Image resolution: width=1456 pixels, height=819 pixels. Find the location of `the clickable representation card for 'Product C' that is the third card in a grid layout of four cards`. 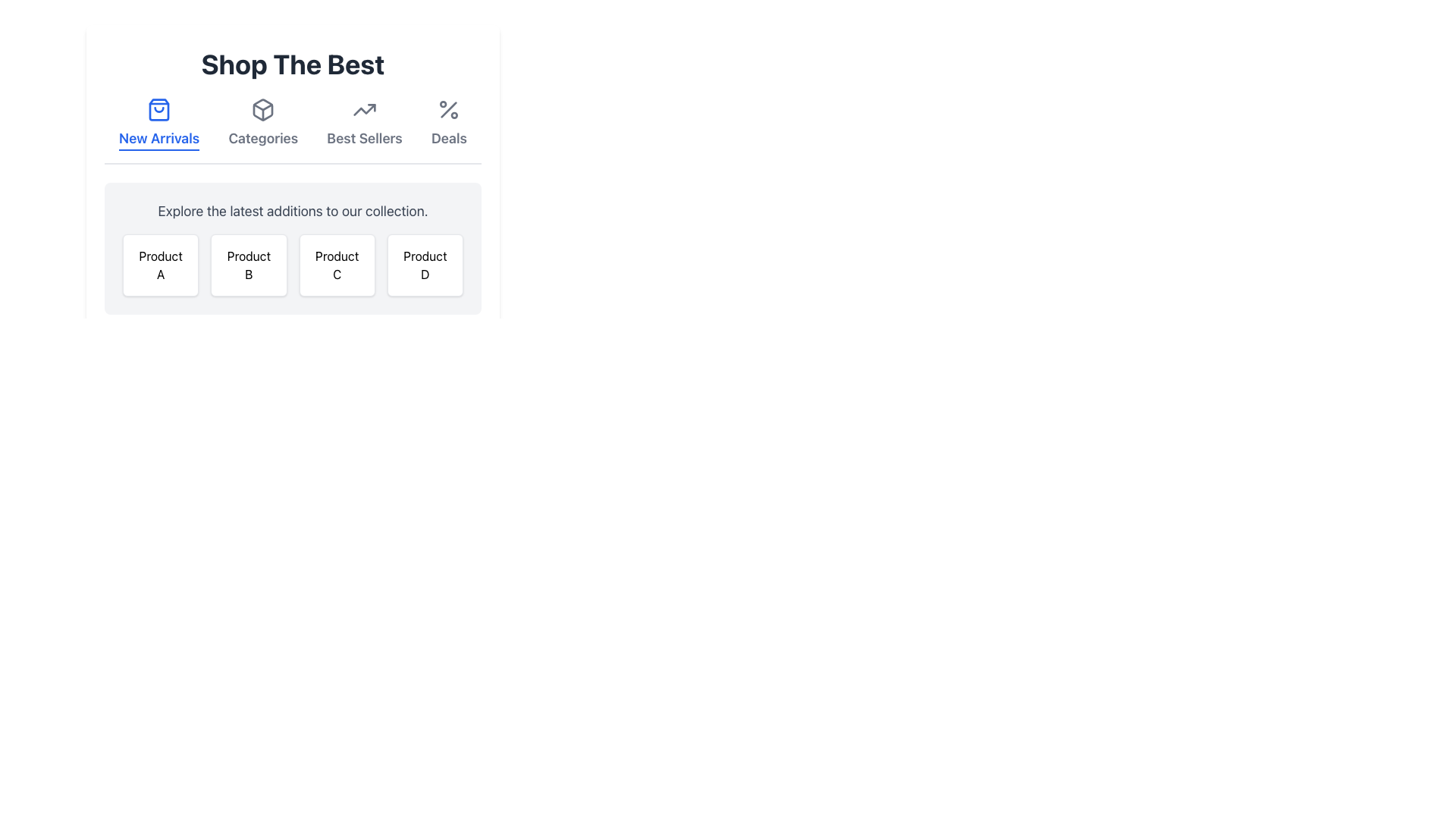

the clickable representation card for 'Product C' that is the third card in a grid layout of four cards is located at coordinates (336, 265).